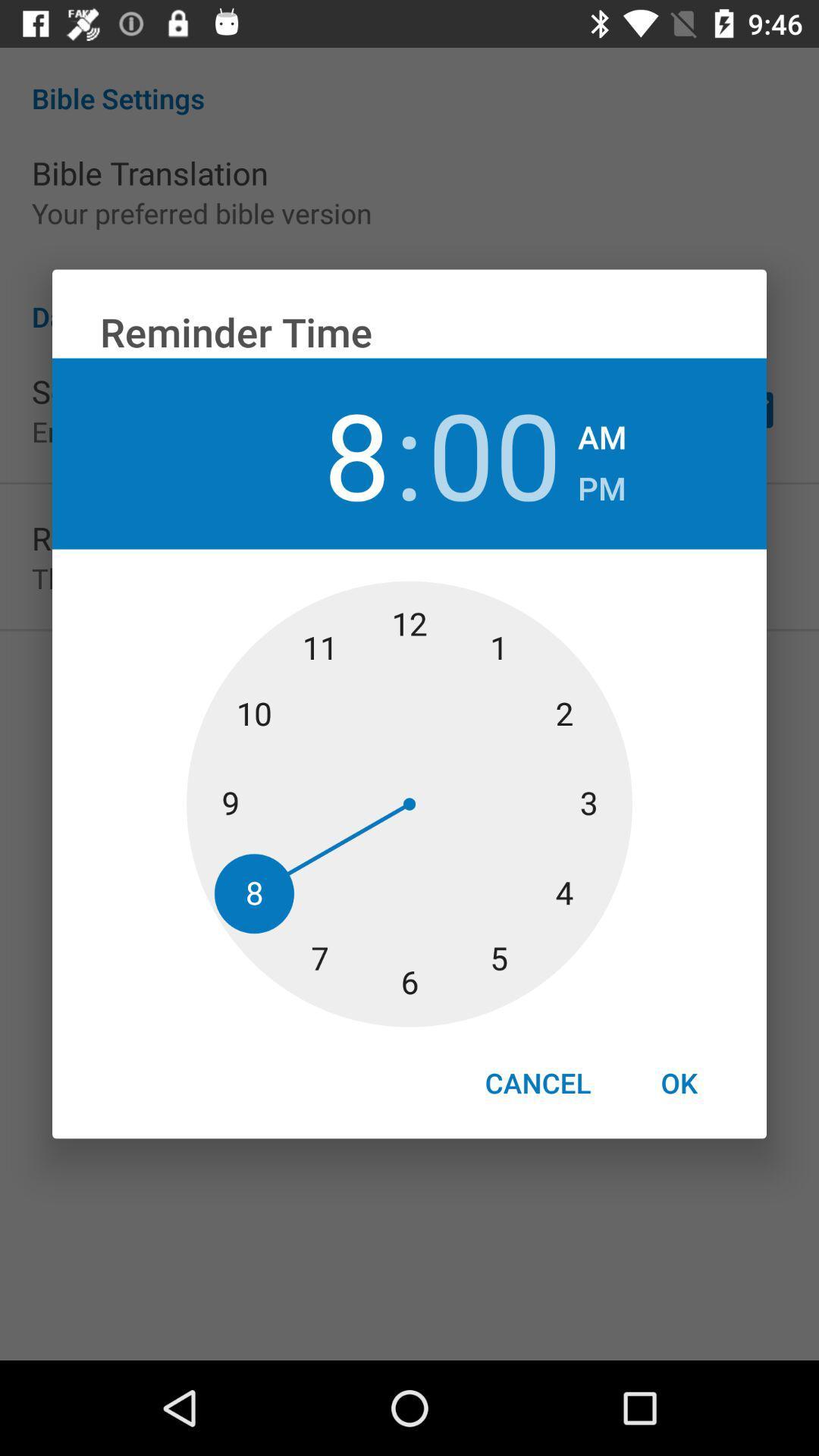 The width and height of the screenshot is (819, 1456). Describe the element at coordinates (601, 483) in the screenshot. I see `the pm item` at that location.